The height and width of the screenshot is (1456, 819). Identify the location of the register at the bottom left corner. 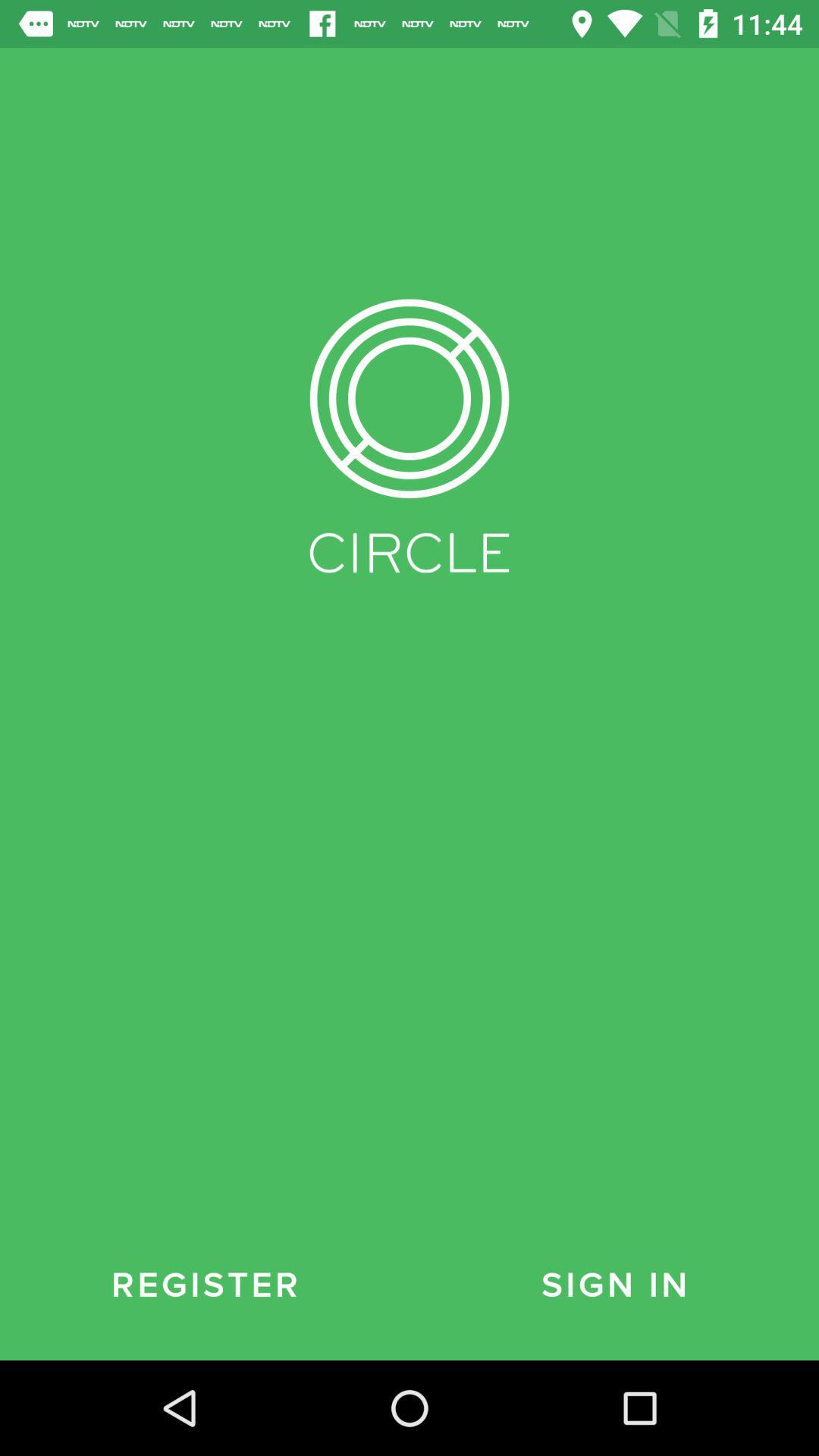
(205, 1285).